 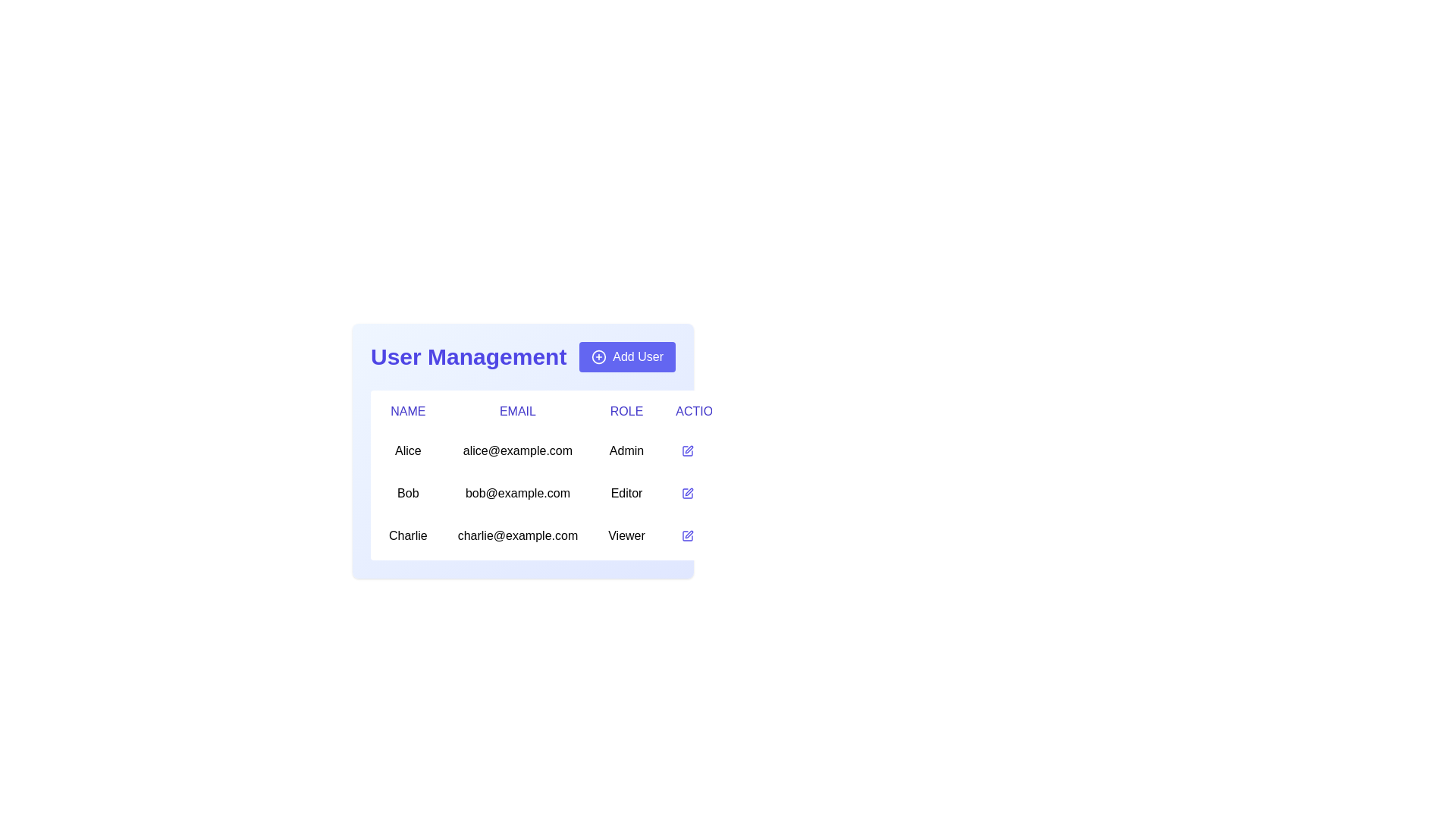 What do you see at coordinates (686, 494) in the screenshot?
I see `the Icon button in the 'Action' column for the row corresponding to 'Bob' to initiate the row edit functionality` at bounding box center [686, 494].